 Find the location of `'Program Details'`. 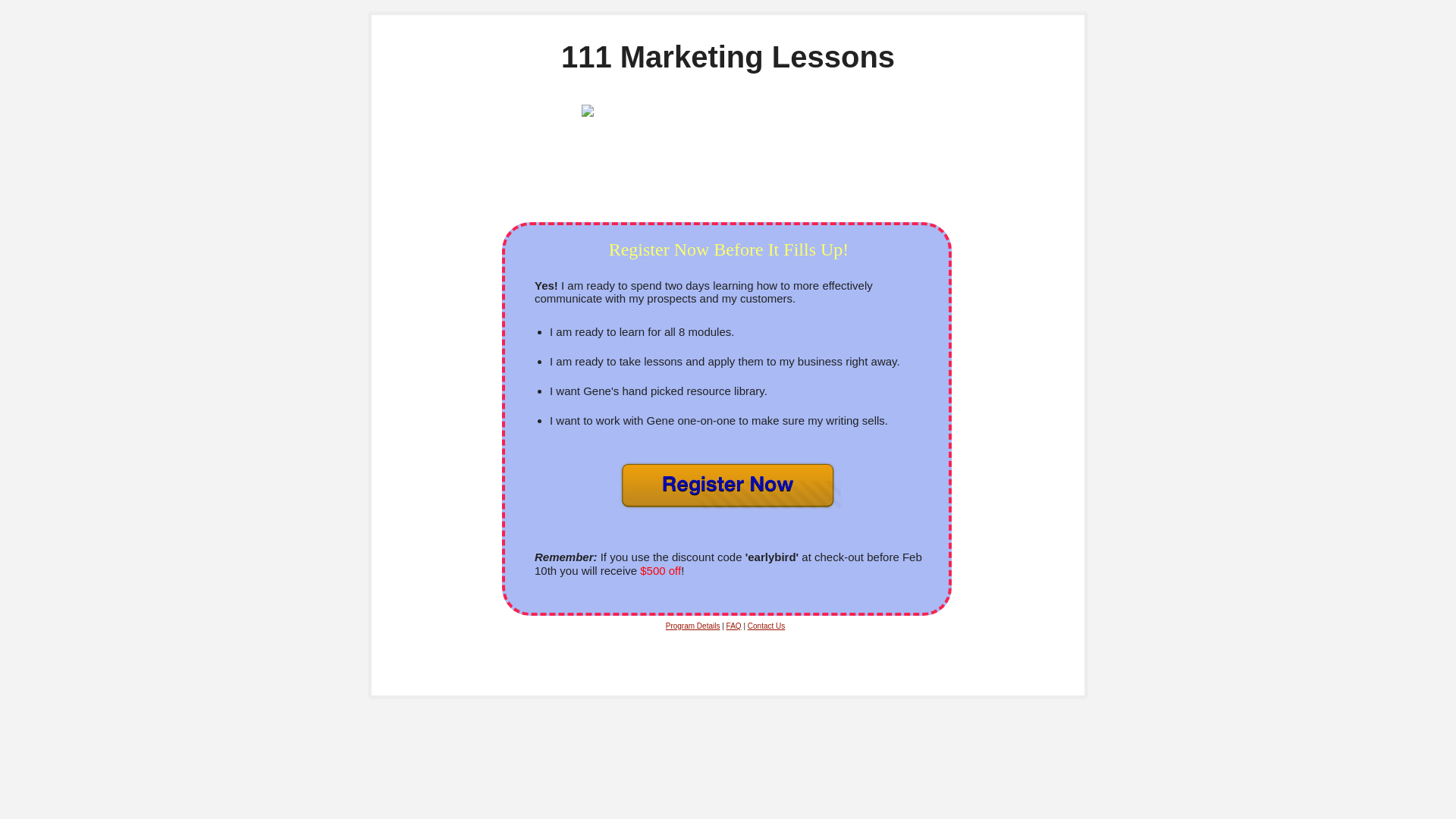

'Program Details' is located at coordinates (692, 626).